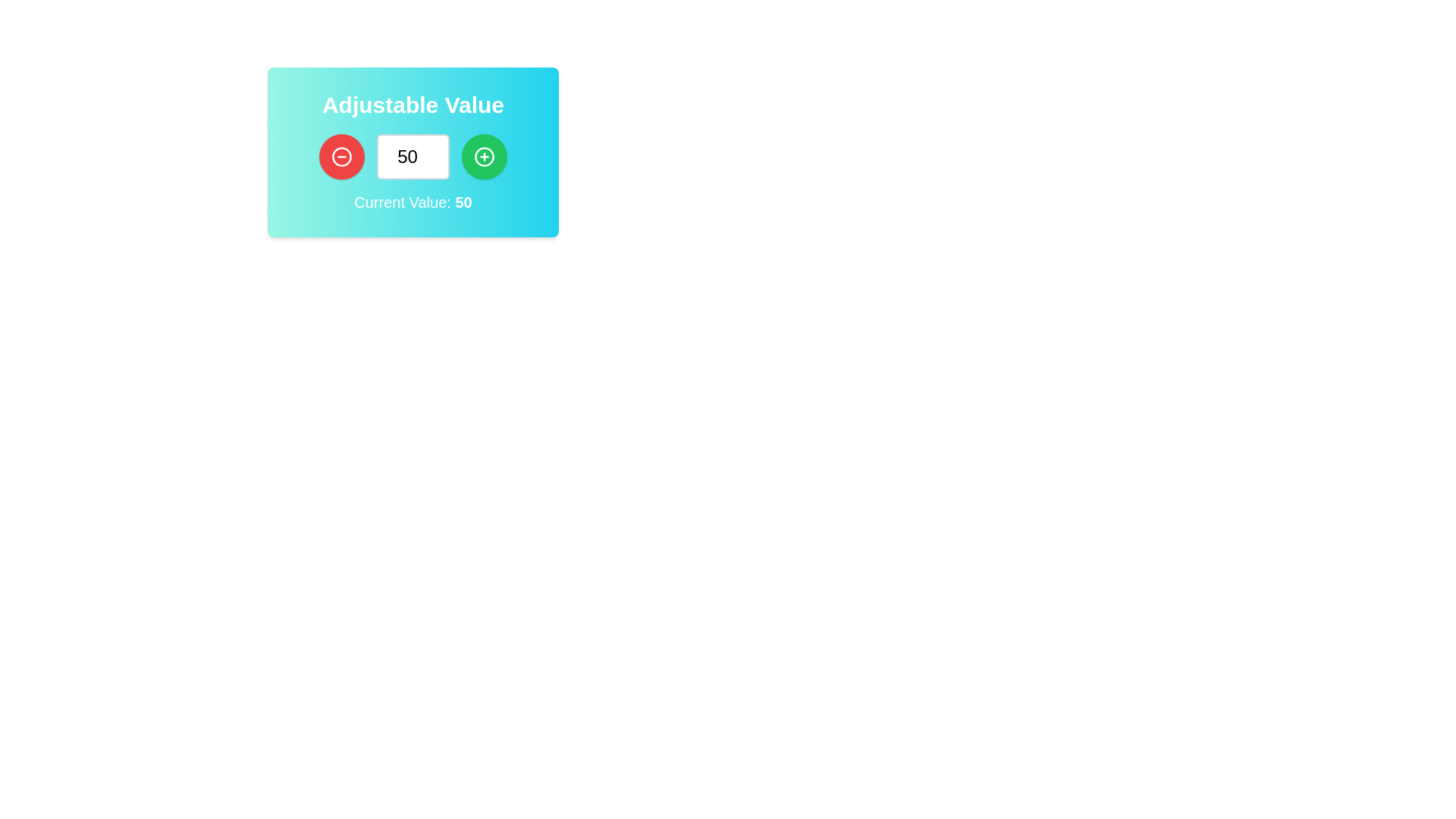 The width and height of the screenshot is (1456, 819). Describe the element at coordinates (463, 201) in the screenshot. I see `the bold numerical text '50' displayed in black on a bright cyan background, which is part of the text 'Current Value: 50'` at that location.